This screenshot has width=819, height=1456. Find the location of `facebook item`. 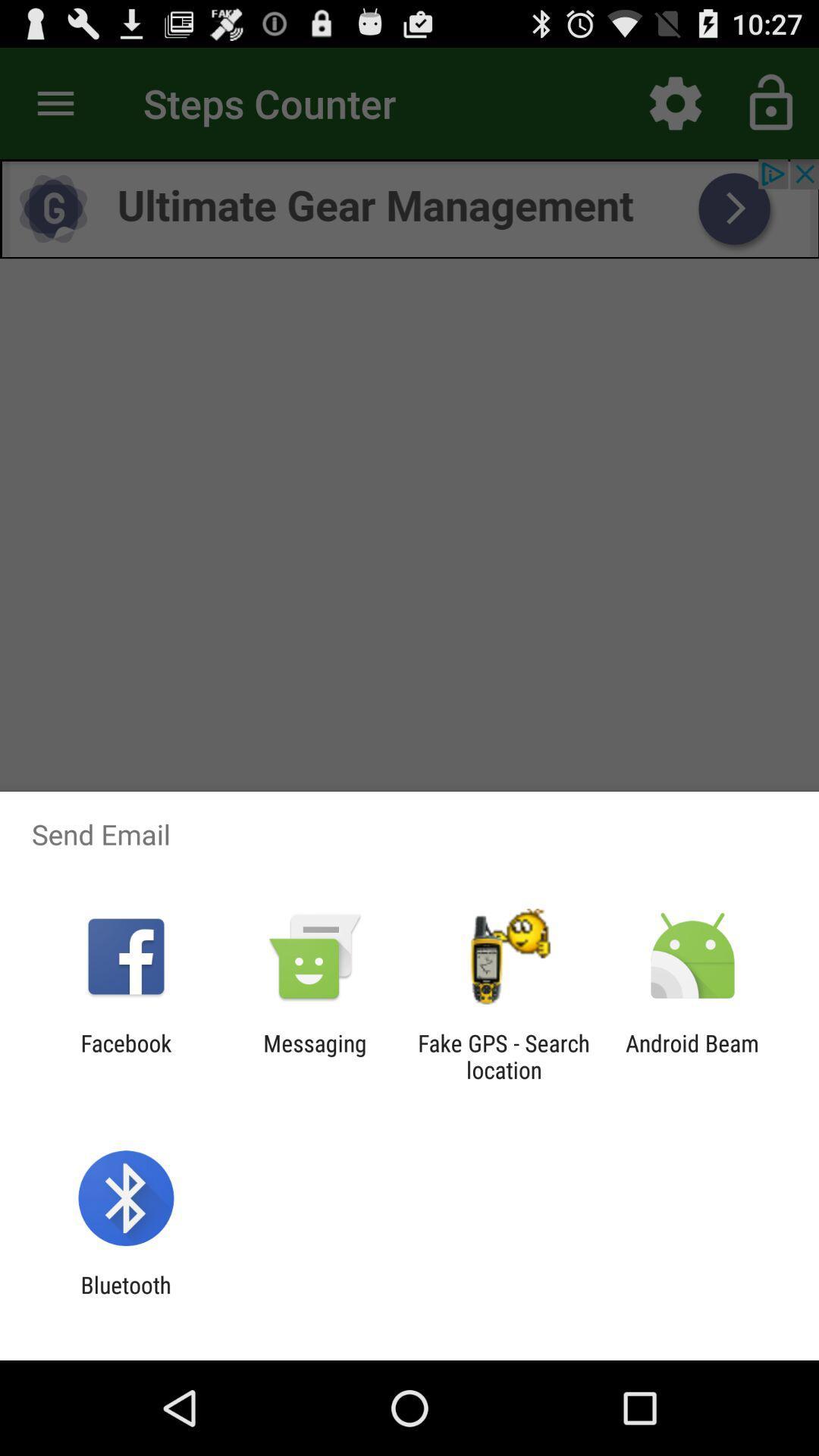

facebook item is located at coordinates (125, 1056).